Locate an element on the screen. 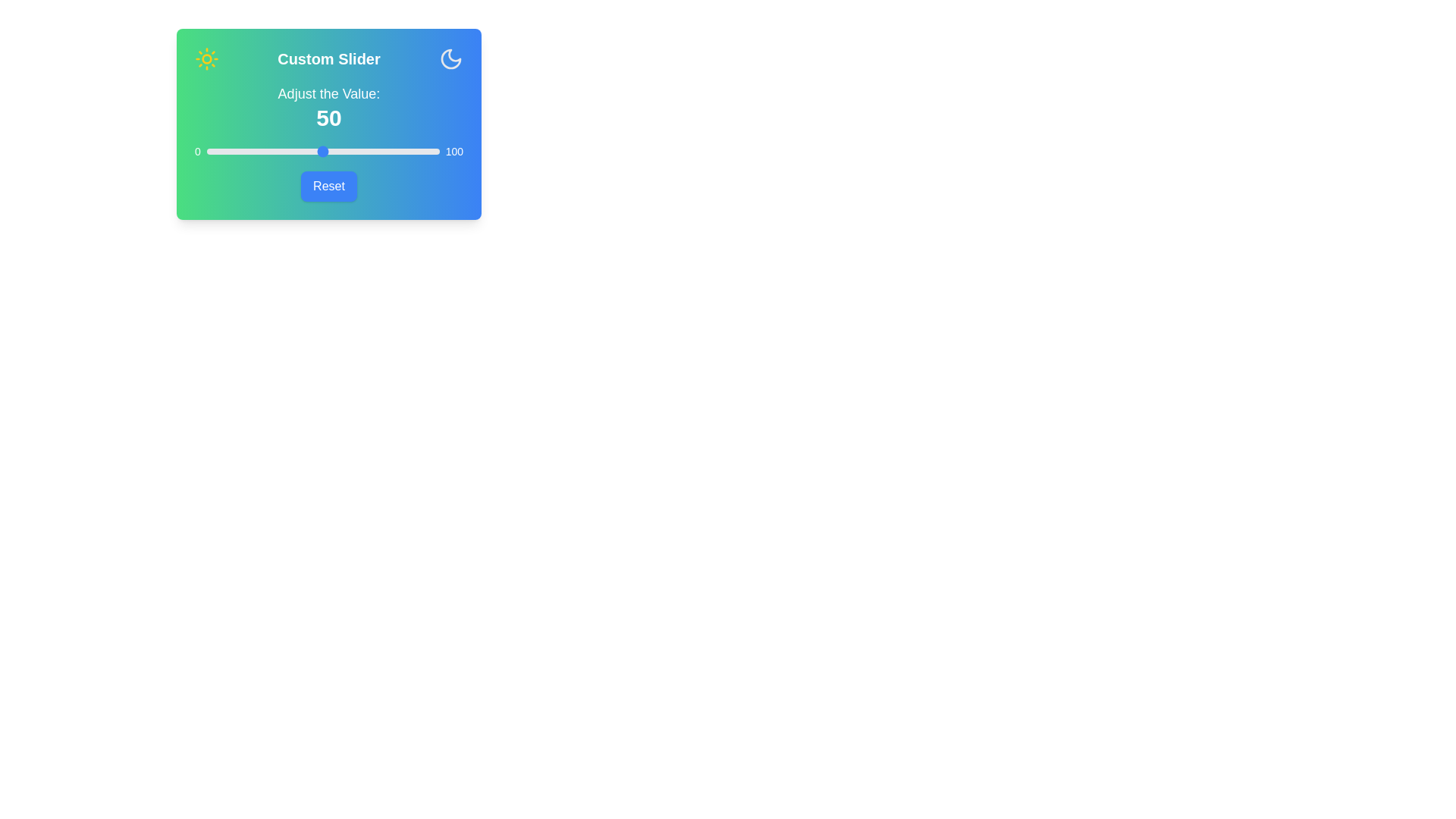 The width and height of the screenshot is (1456, 819). the gradient background of the component is located at coordinates (328, 124).